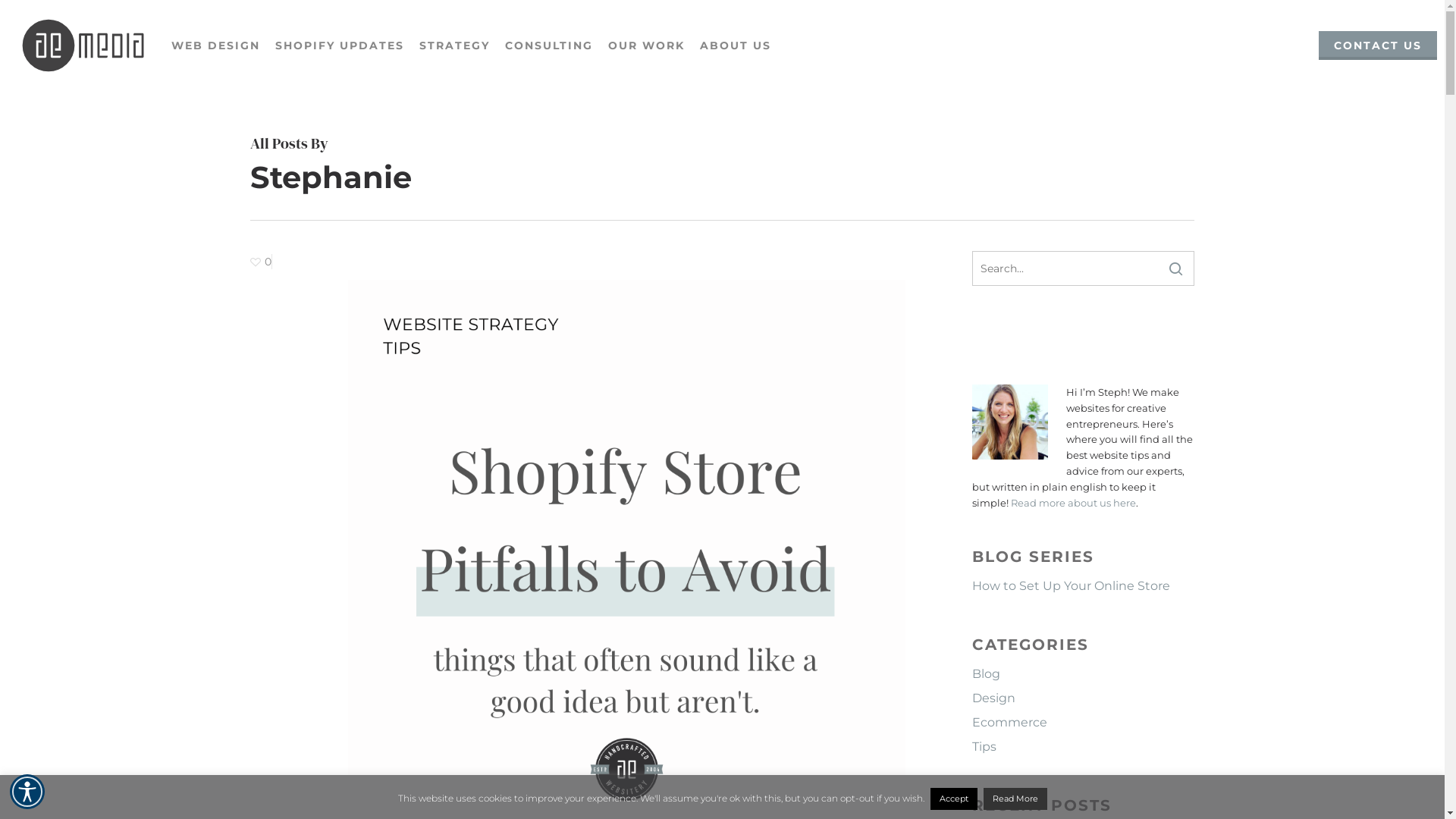 The width and height of the screenshot is (1456, 819). Describe the element at coordinates (497, 45) in the screenshot. I see `'CONSULTING'` at that location.